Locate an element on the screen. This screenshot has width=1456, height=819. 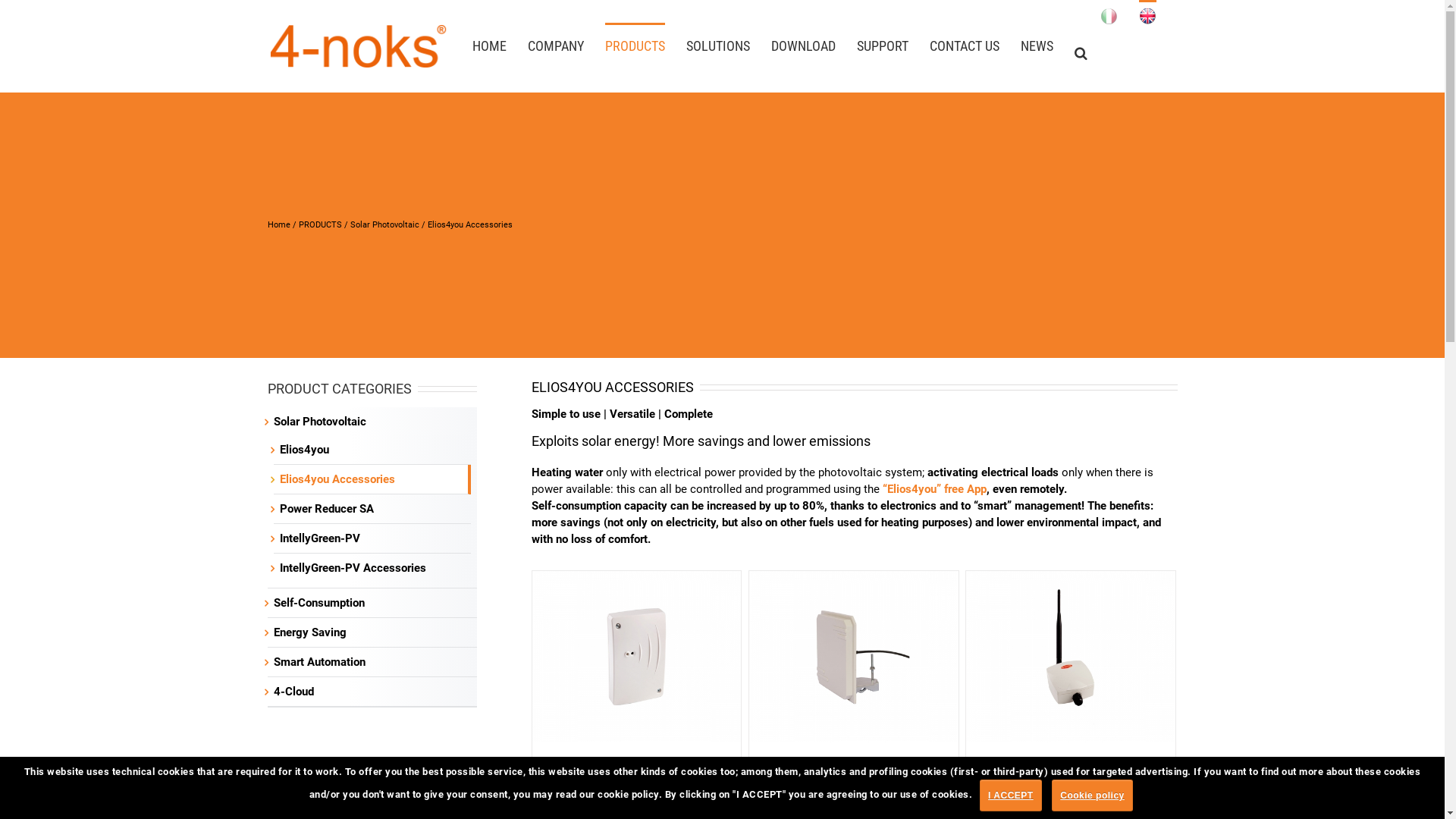
'Solar Photovoltaic' is located at coordinates (318, 421).